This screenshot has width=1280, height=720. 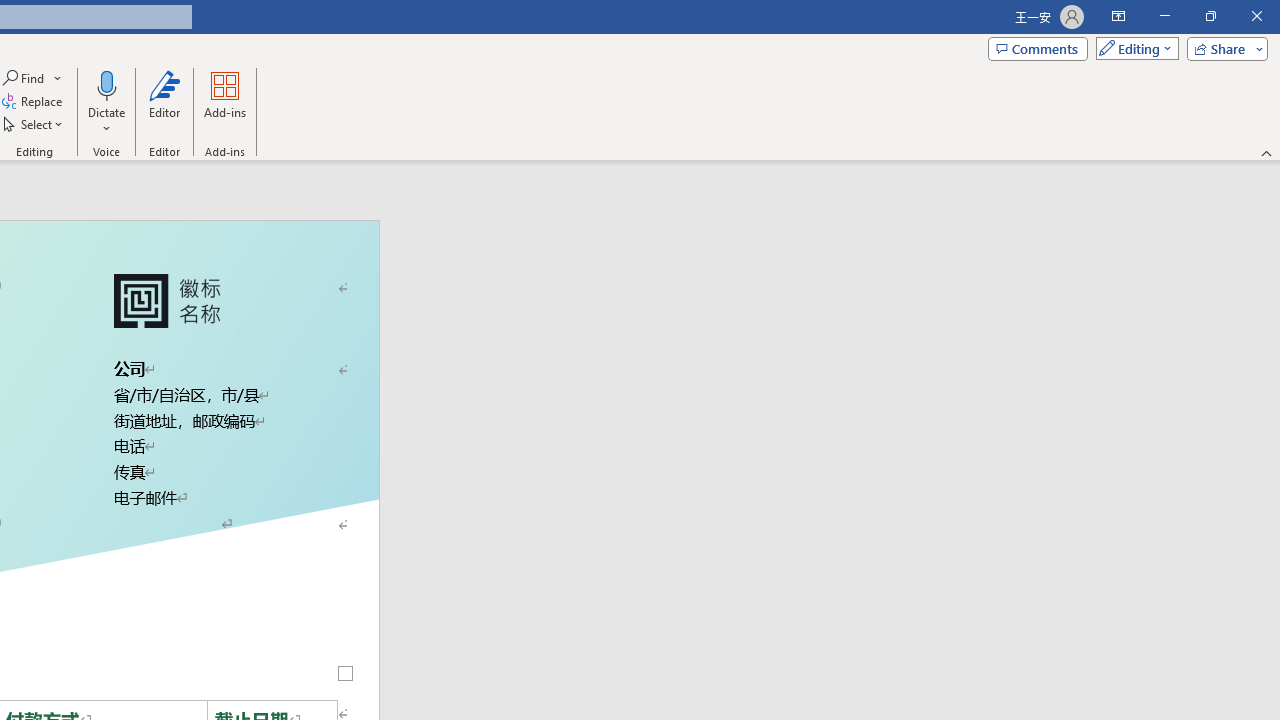 I want to click on 'More Options', so click(x=105, y=121).